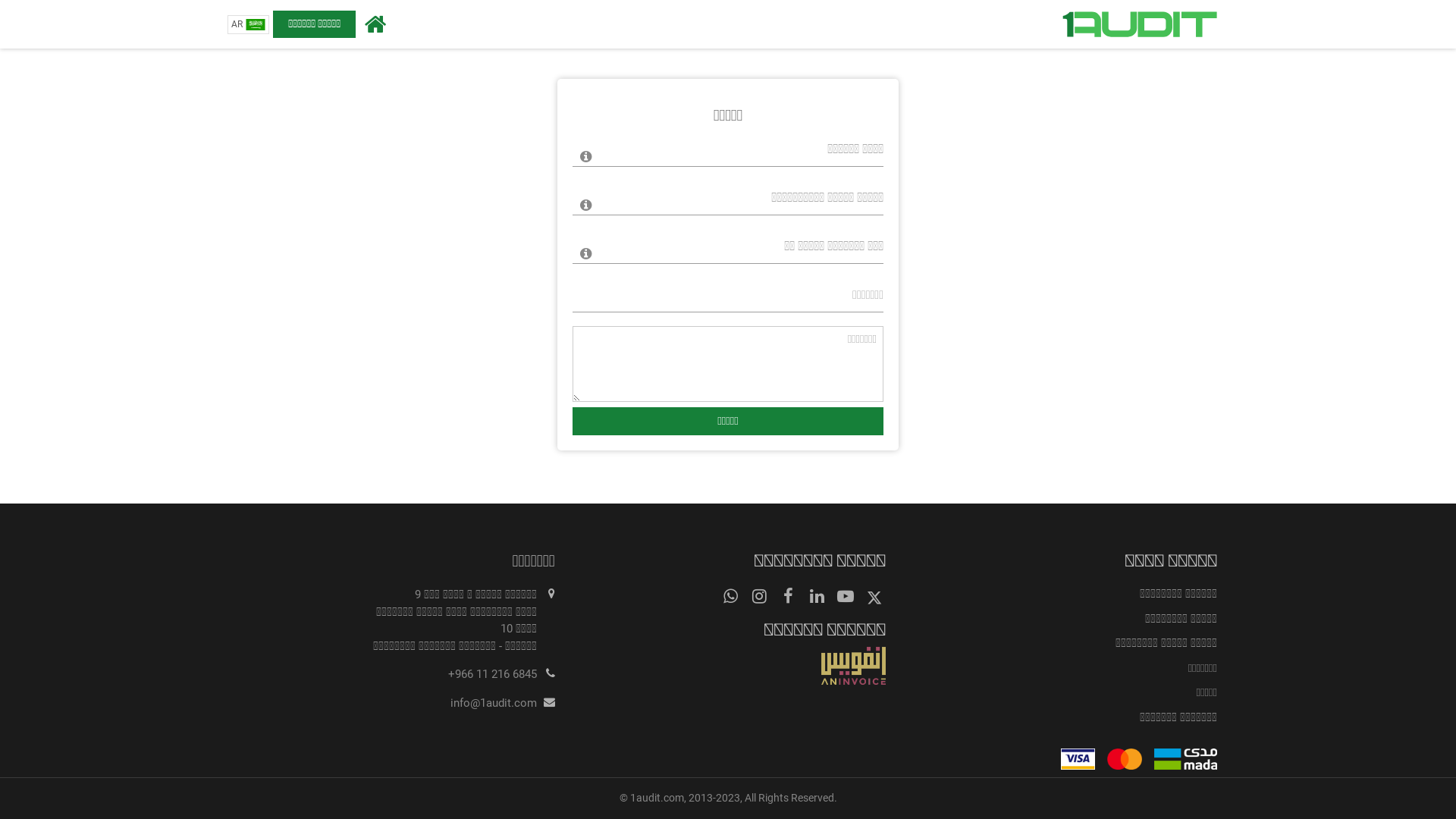 The height and width of the screenshot is (819, 1456). What do you see at coordinates (862, 595) in the screenshot?
I see `'twitter / X'` at bounding box center [862, 595].